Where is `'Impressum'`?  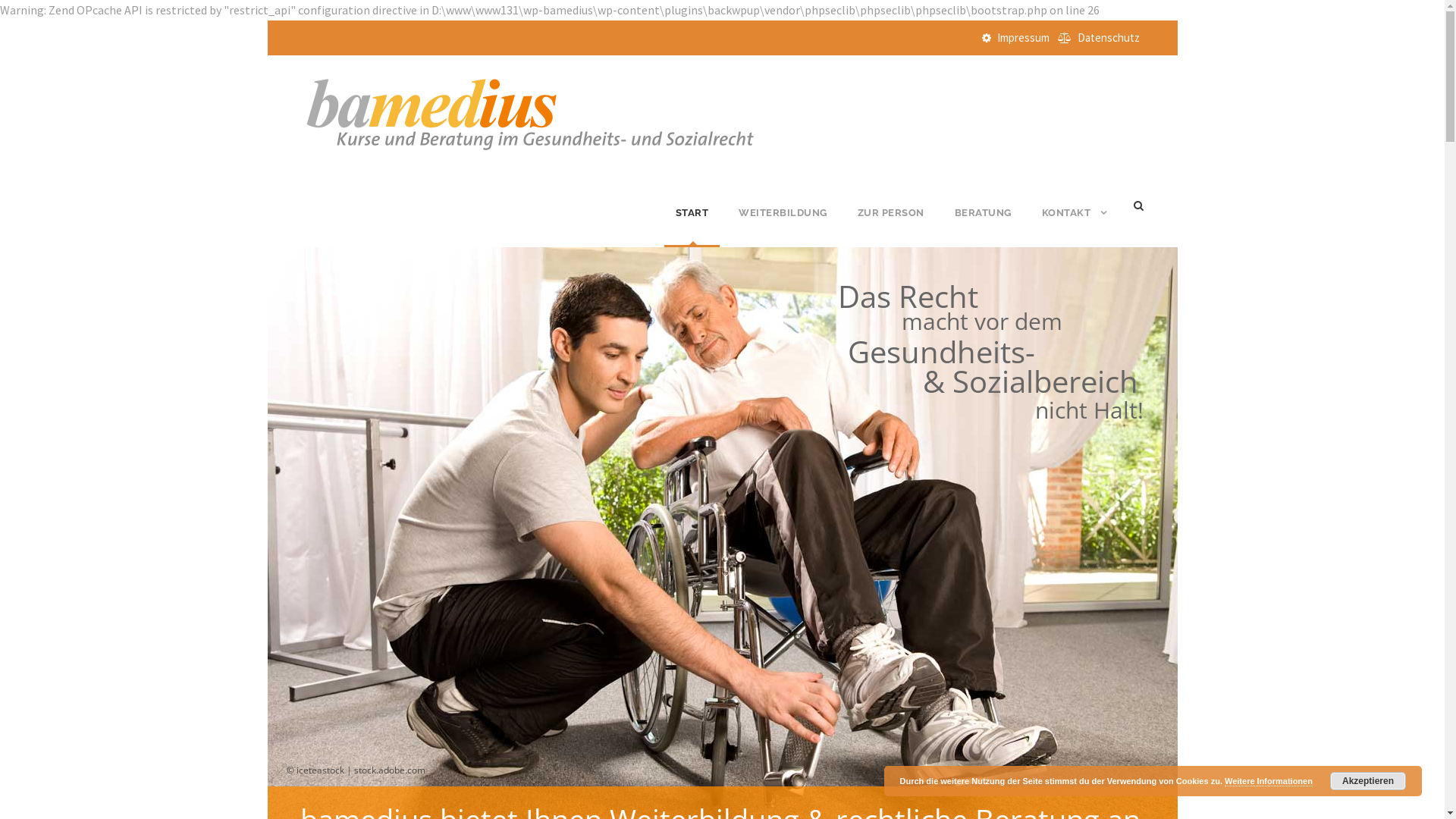
'Impressum' is located at coordinates (1022, 36).